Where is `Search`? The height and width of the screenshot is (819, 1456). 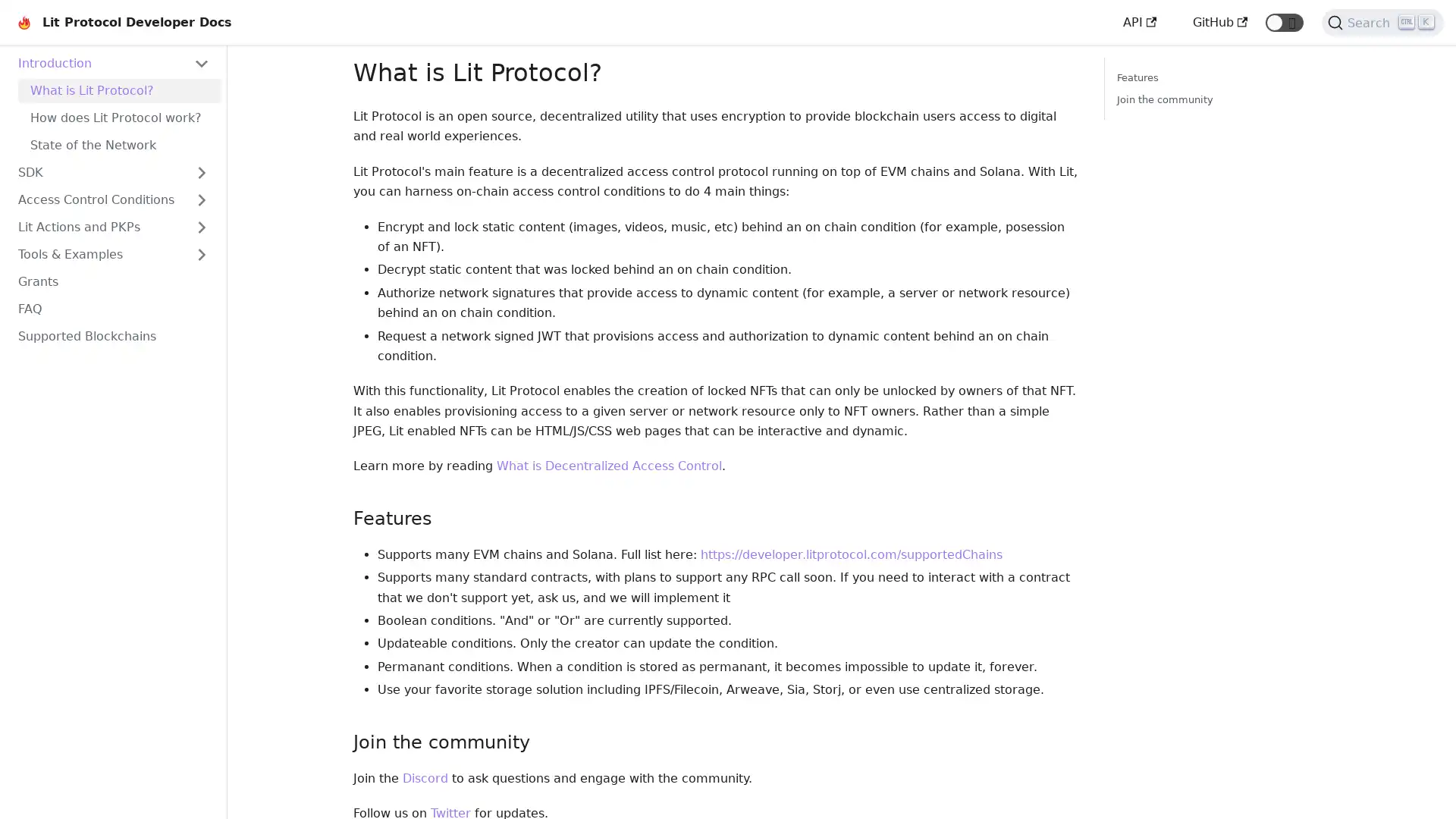 Search is located at coordinates (1382, 23).